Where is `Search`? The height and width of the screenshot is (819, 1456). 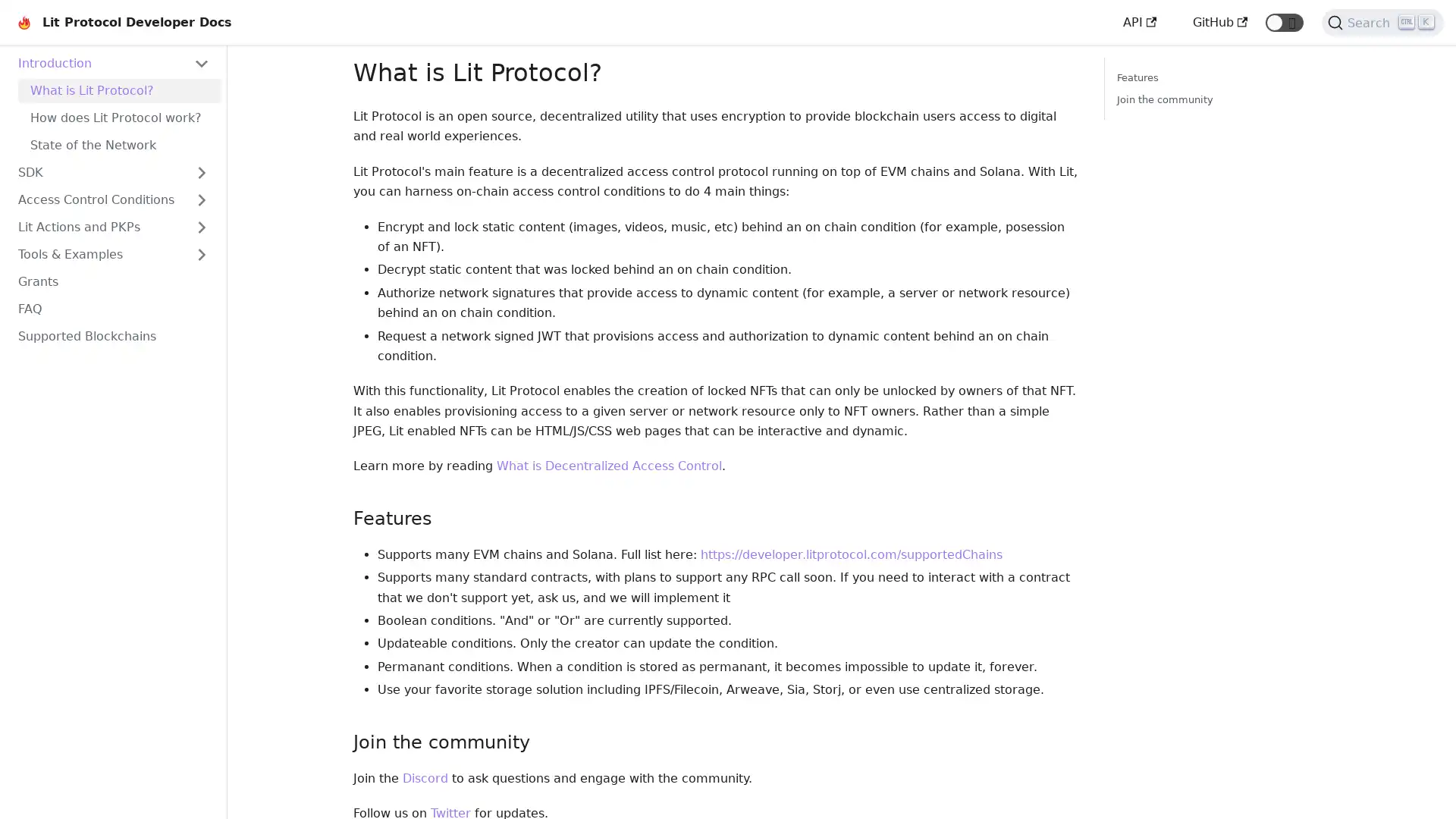 Search is located at coordinates (1382, 23).